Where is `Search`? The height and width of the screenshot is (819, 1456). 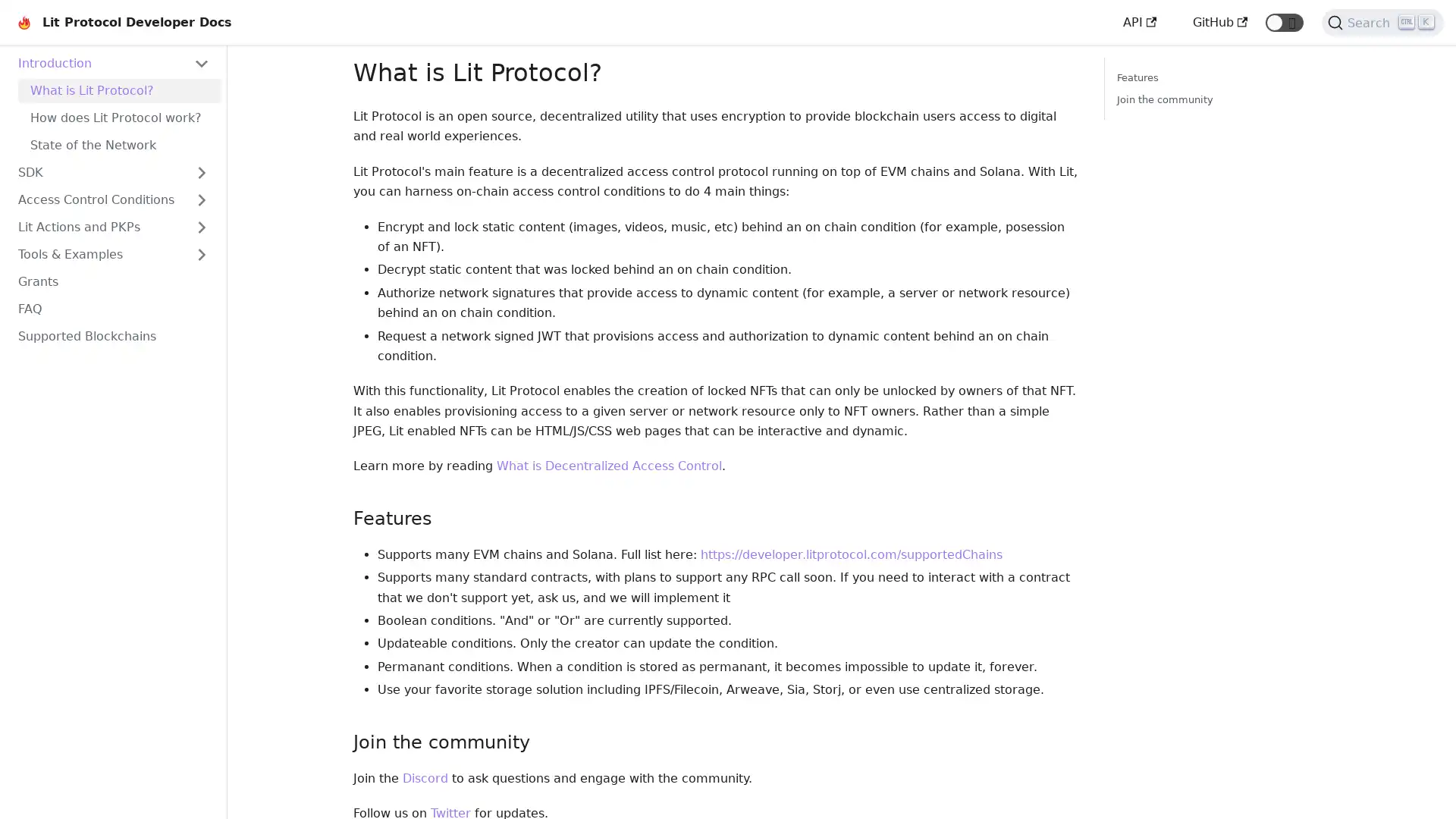 Search is located at coordinates (1382, 23).